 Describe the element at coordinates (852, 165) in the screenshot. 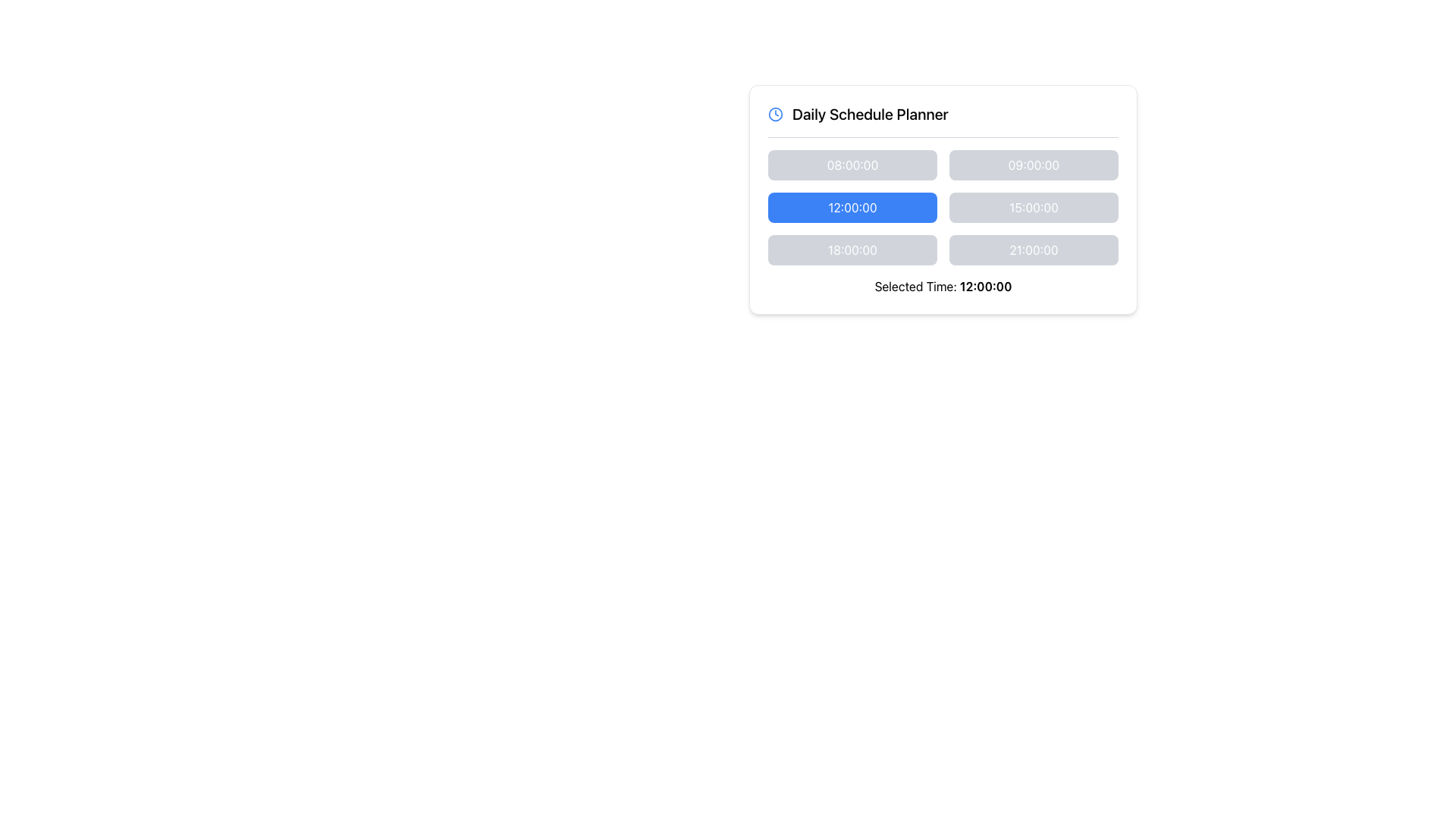

I see `the button displaying '08:00:00' with a gray background` at that location.